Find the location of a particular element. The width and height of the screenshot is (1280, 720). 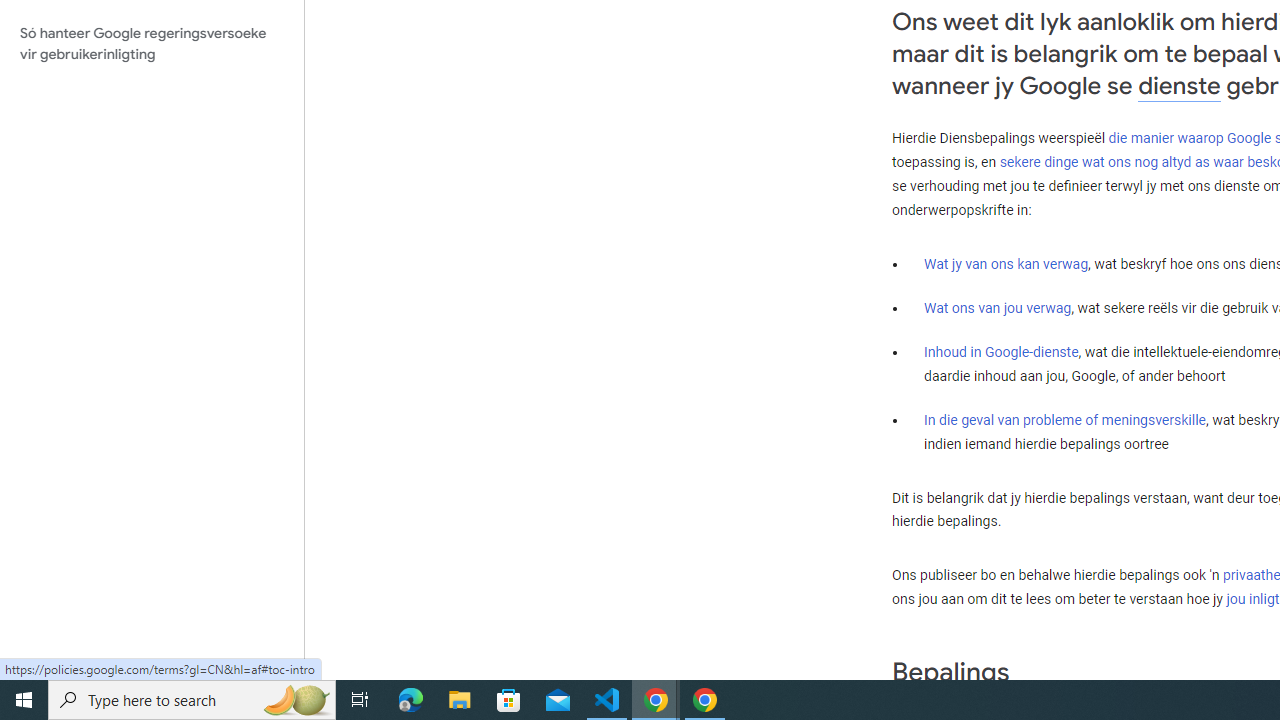

'Inhoud in Google-dienste' is located at coordinates (1001, 350).